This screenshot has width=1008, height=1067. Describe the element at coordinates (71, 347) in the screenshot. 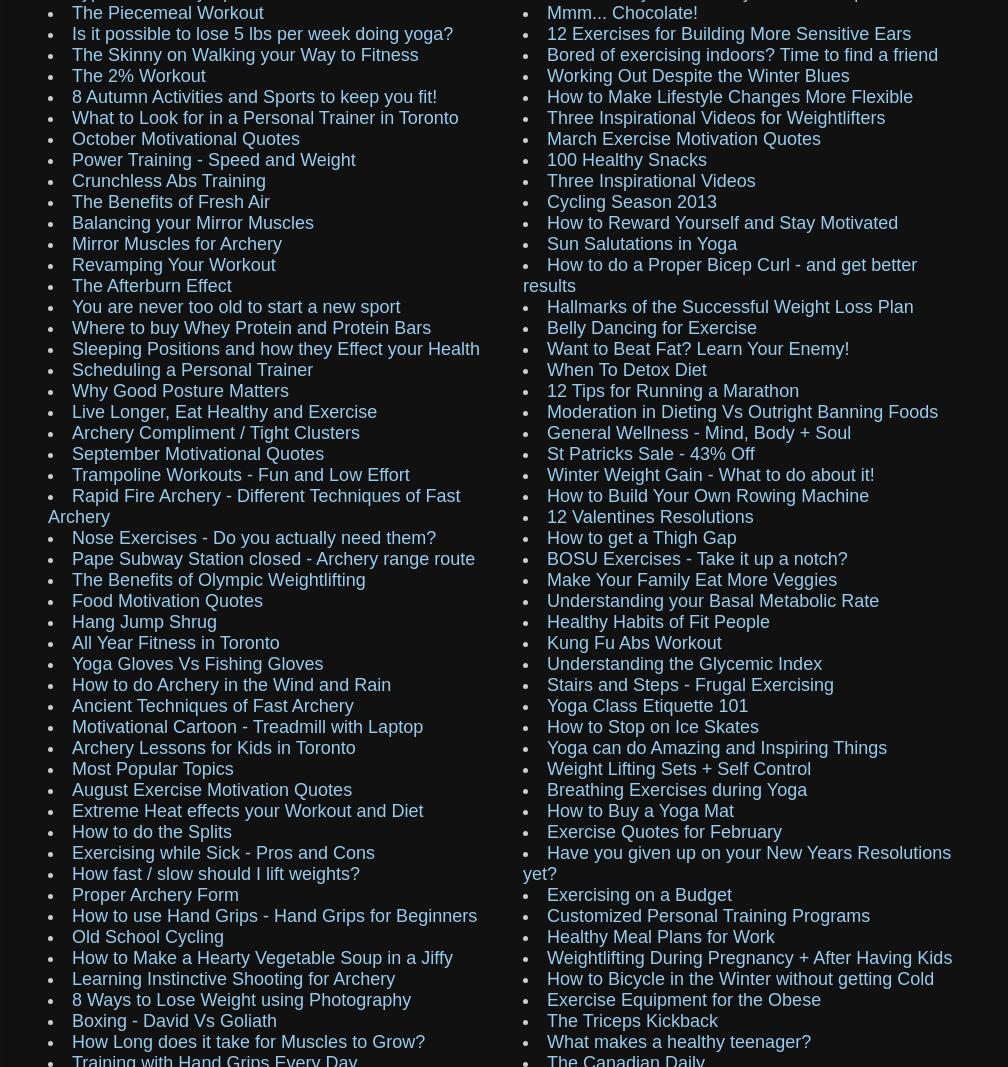

I see `'Sleeping Positions and how they Effect your Health'` at that location.